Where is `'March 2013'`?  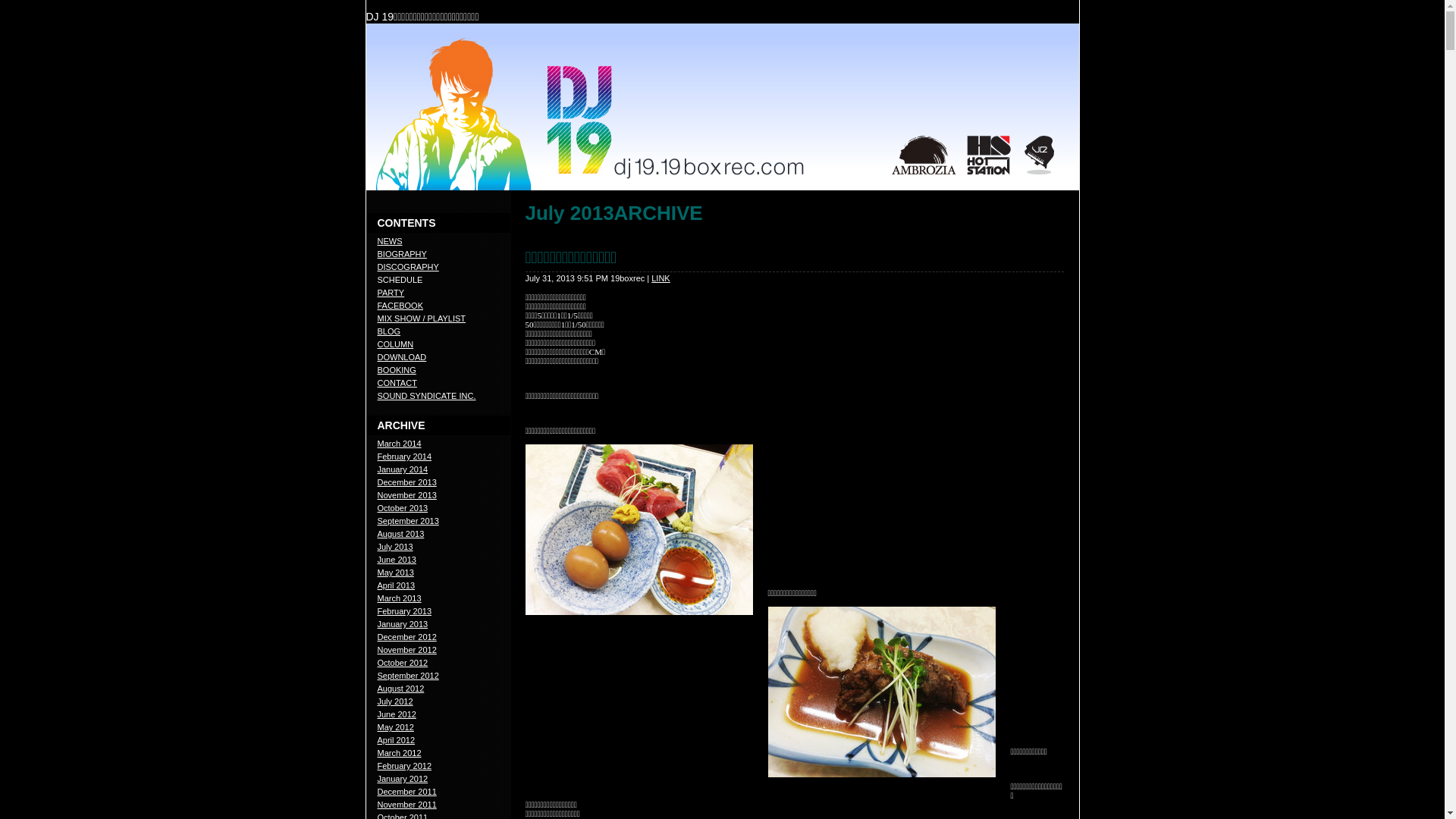 'March 2013' is located at coordinates (400, 598).